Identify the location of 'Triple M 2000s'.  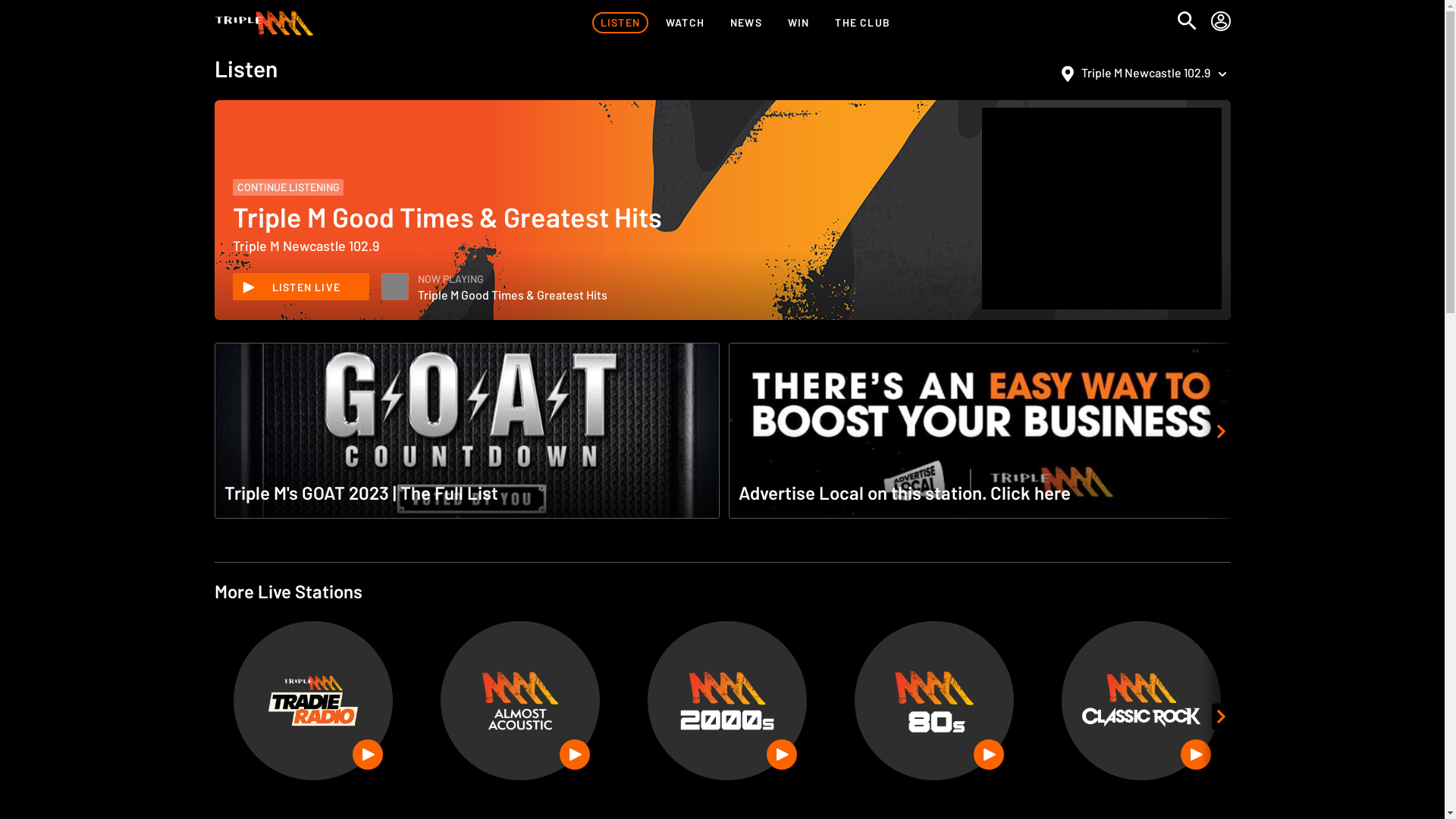
(726, 701).